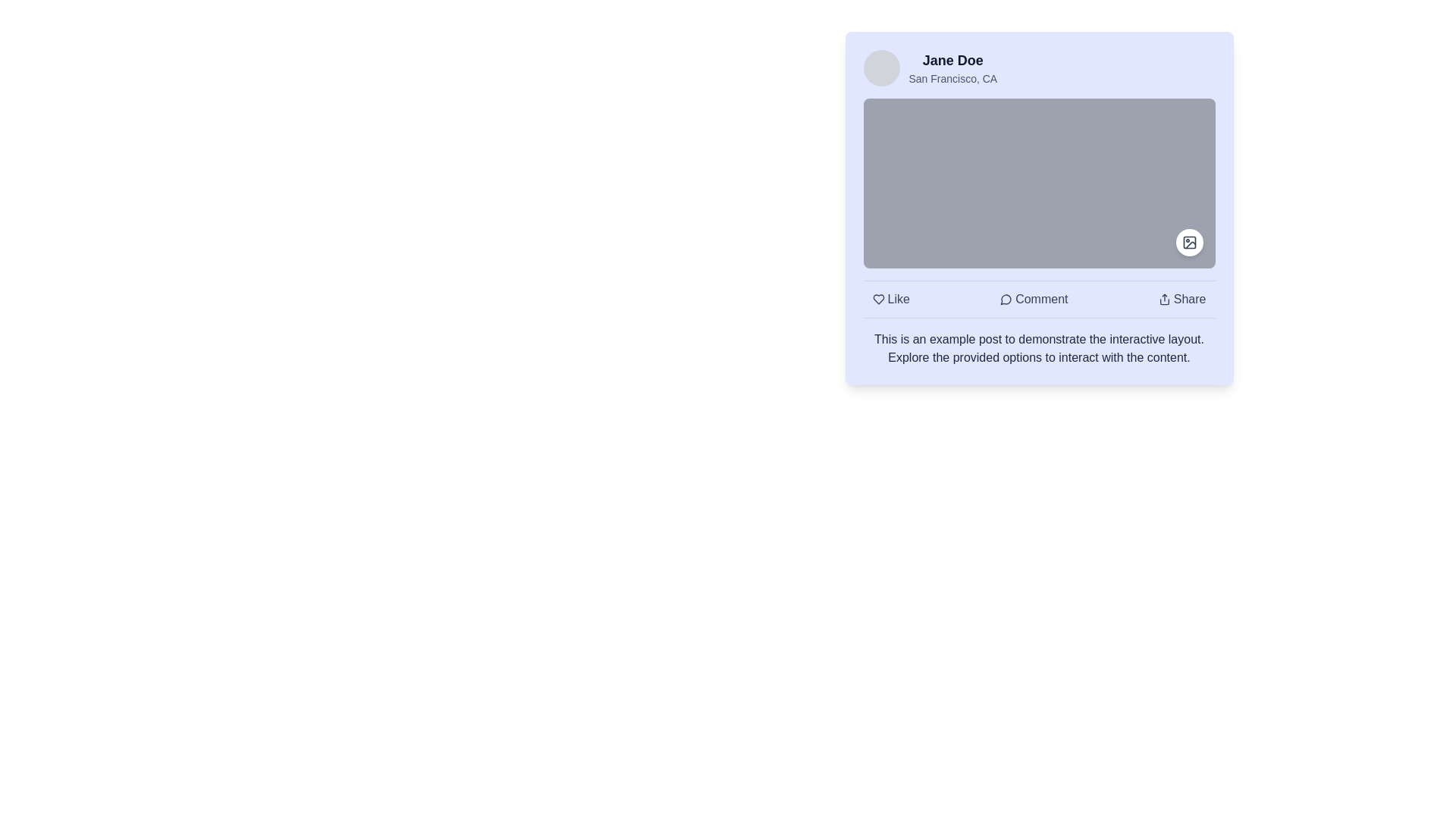 Image resolution: width=1456 pixels, height=819 pixels. I want to click on the 'Share' text label element, which is styled in gray font and located at the bottom-right corner of a post block, aligned with the 'Like' and 'Comment' buttons, so click(1189, 299).